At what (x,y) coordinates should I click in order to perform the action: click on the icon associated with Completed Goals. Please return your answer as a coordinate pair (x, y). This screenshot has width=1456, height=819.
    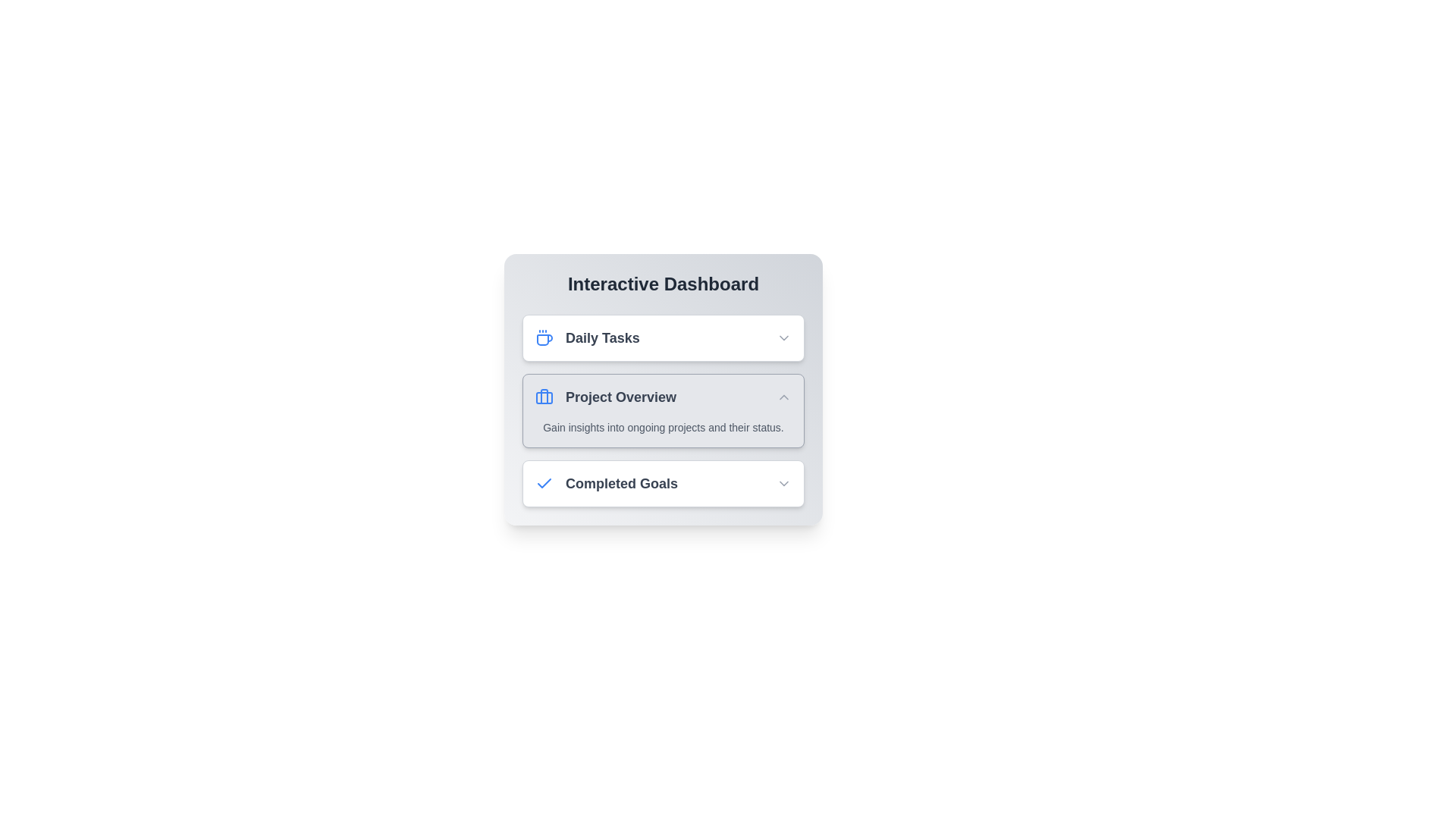
    Looking at the image, I should click on (544, 483).